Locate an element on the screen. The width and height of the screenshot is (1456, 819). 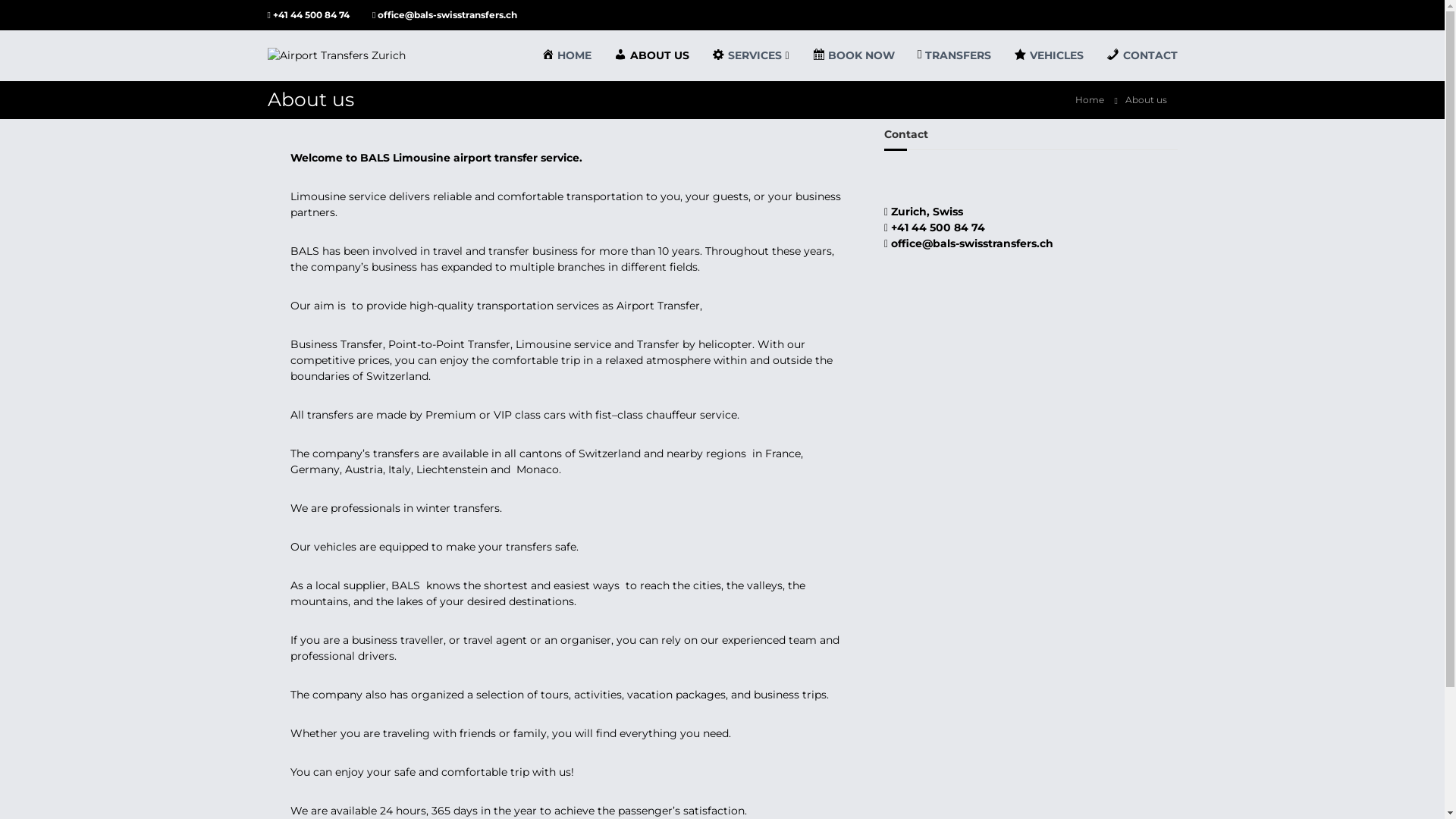
'TRANSFERS' is located at coordinates (916, 55).